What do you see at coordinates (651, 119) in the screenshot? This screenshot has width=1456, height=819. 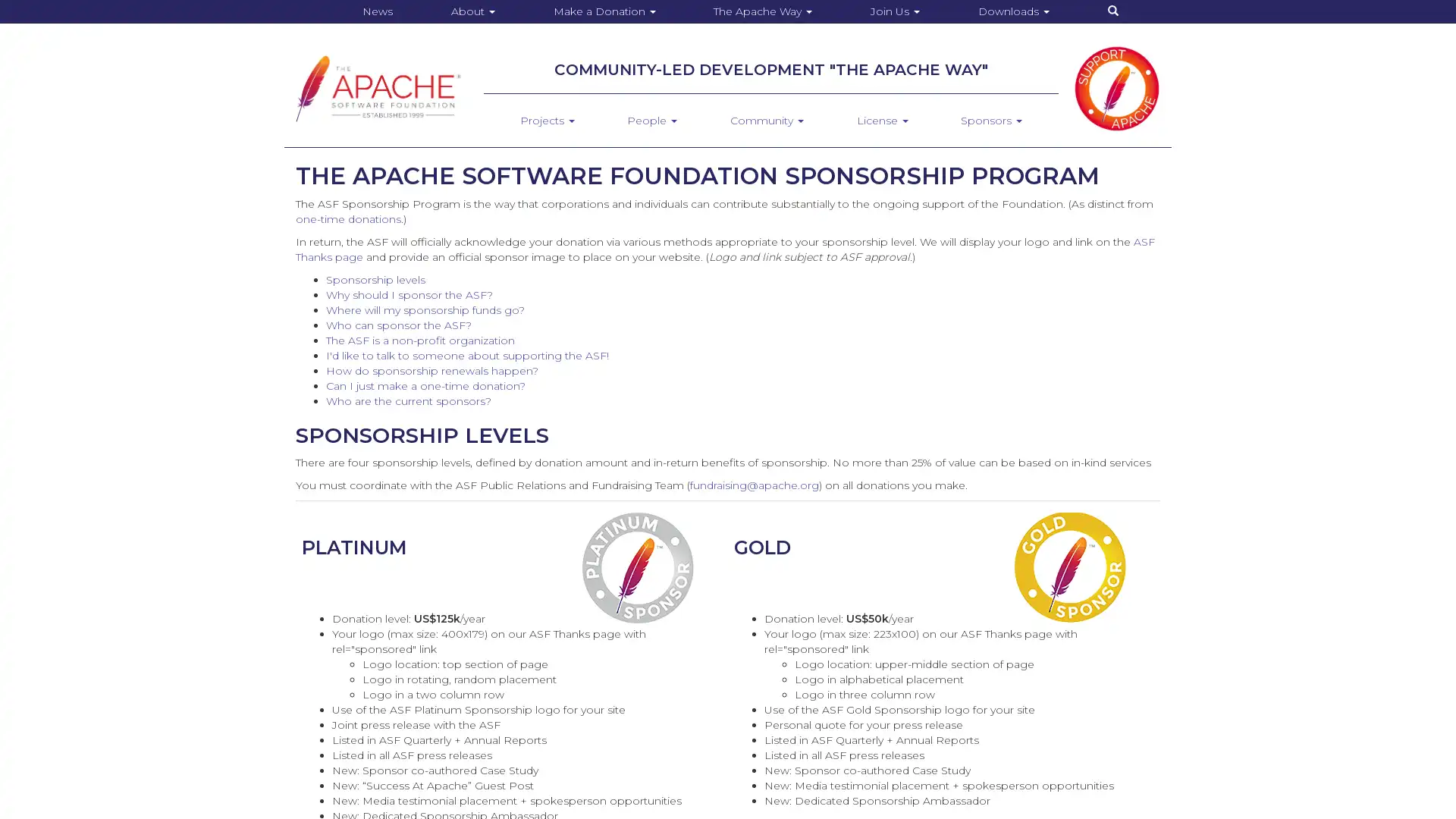 I see `People` at bounding box center [651, 119].